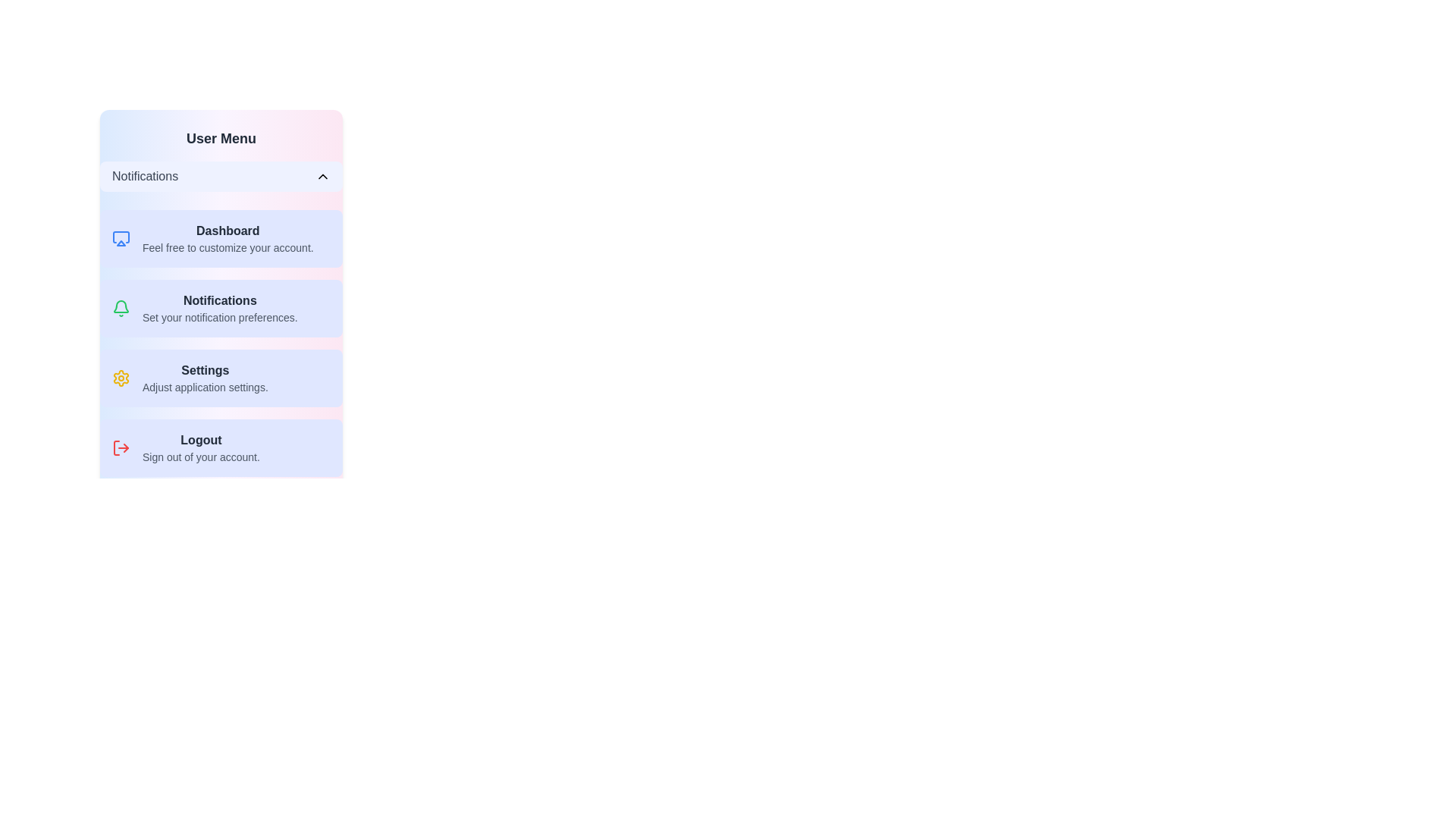  What do you see at coordinates (221, 377) in the screenshot?
I see `the menu item labeled 'Settings' to highlight it` at bounding box center [221, 377].